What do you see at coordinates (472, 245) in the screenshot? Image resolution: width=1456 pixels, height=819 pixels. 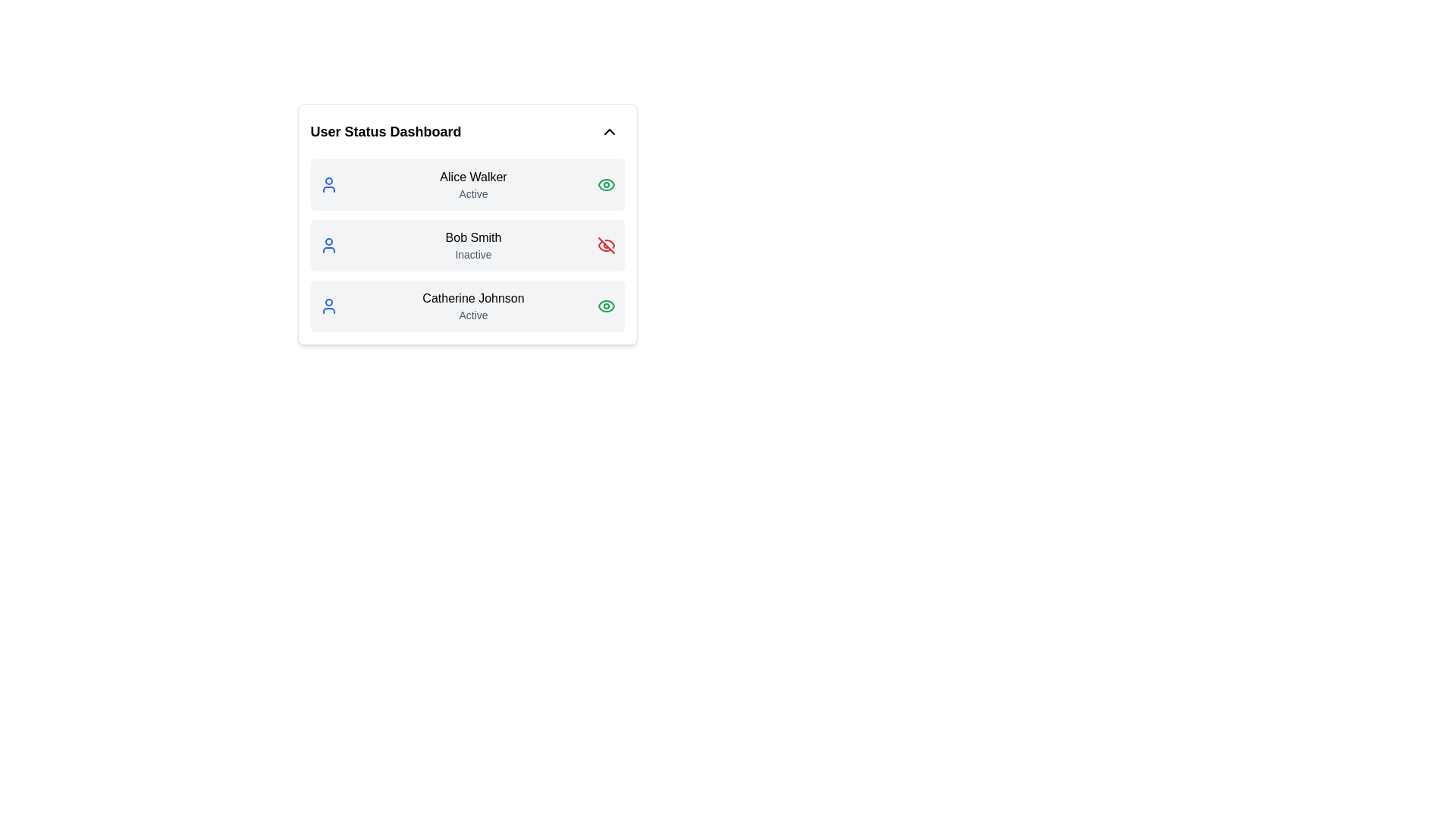 I see `the text label showing 'Bob Smith' and its status 'Inactive' within the light gray rectangular area` at bounding box center [472, 245].